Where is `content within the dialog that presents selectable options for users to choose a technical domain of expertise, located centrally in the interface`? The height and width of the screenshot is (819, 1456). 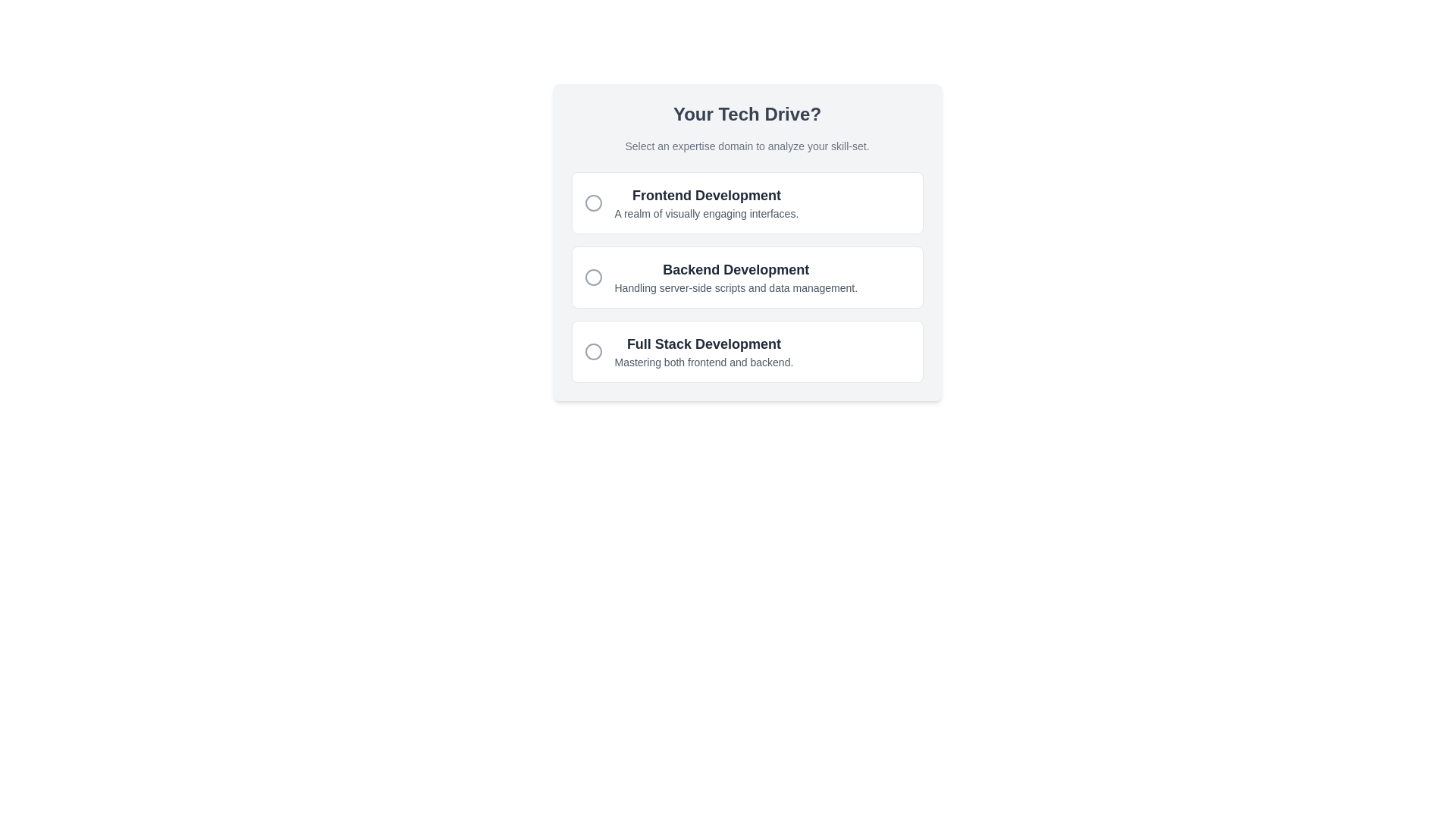 content within the dialog that presents selectable options for users to choose a technical domain of expertise, located centrally in the interface is located at coordinates (747, 242).